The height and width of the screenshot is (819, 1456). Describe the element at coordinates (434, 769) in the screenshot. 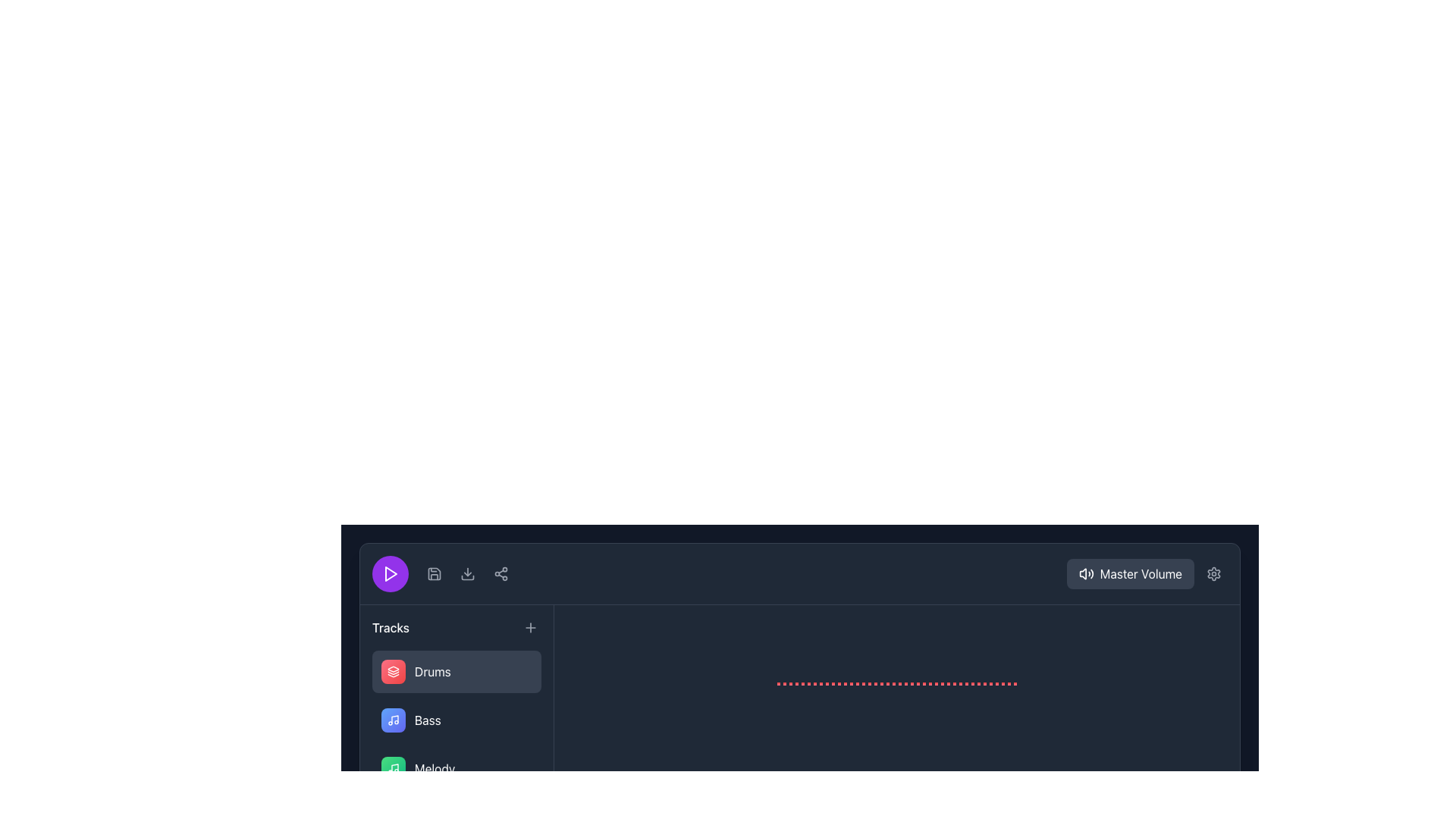

I see `text label displaying 'Melody' which is styled plainly in white against a dark background, positioned under the 'Tracks' section following 'Drums' and 'Bass'` at that location.